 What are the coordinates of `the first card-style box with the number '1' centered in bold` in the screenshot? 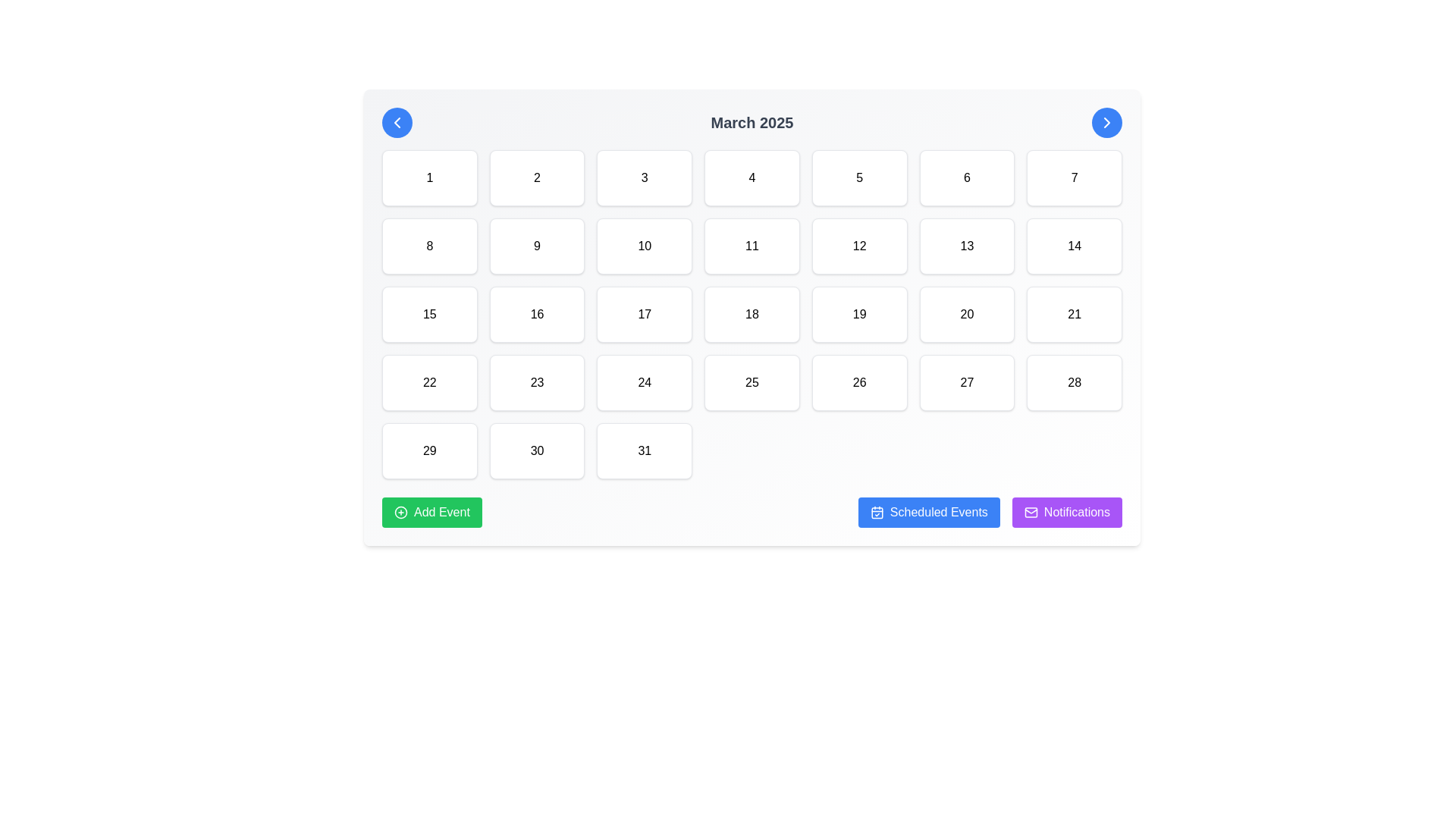 It's located at (428, 177).